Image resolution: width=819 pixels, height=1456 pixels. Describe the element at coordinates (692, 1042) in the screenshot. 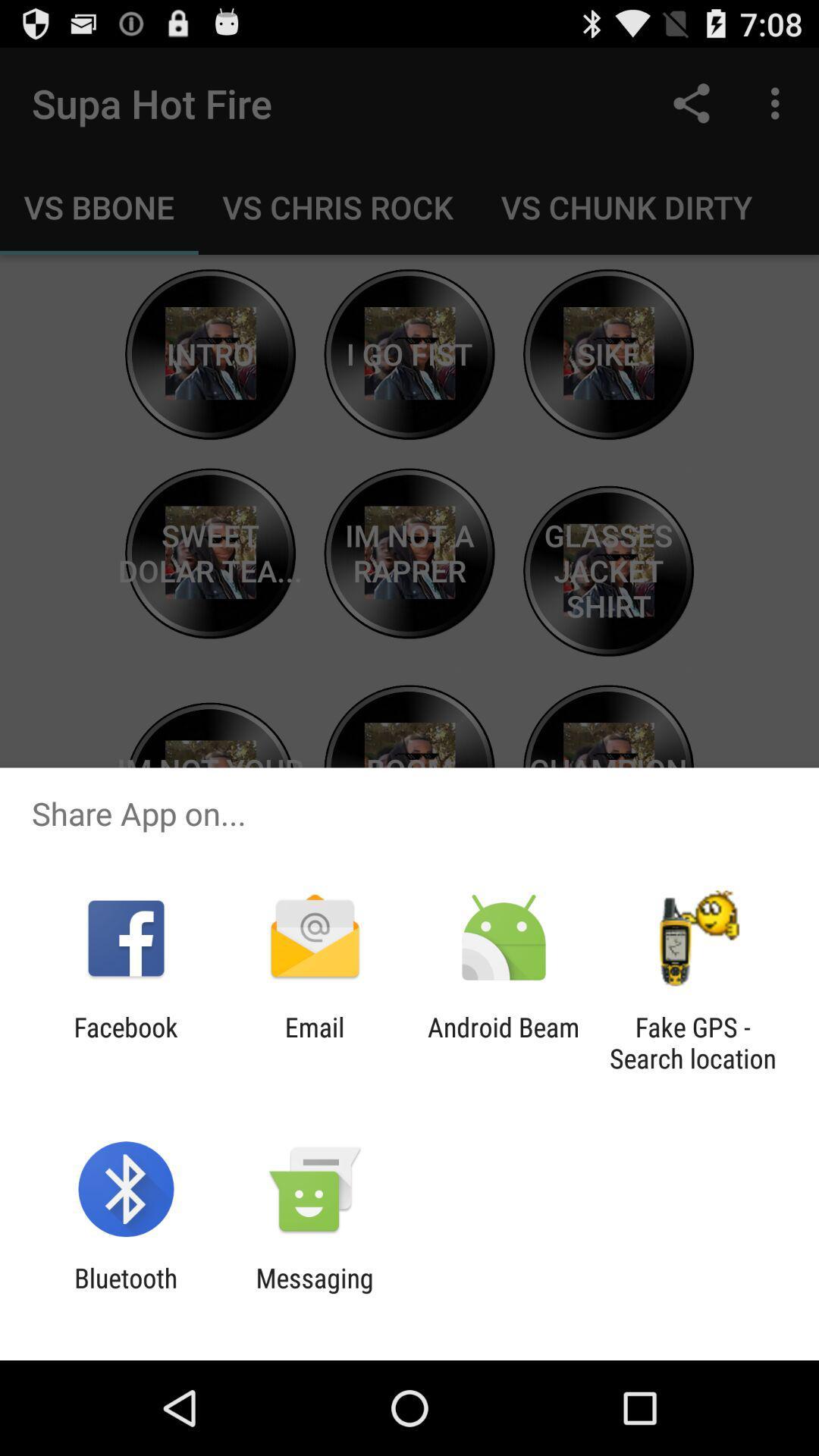

I see `icon next to android beam item` at that location.